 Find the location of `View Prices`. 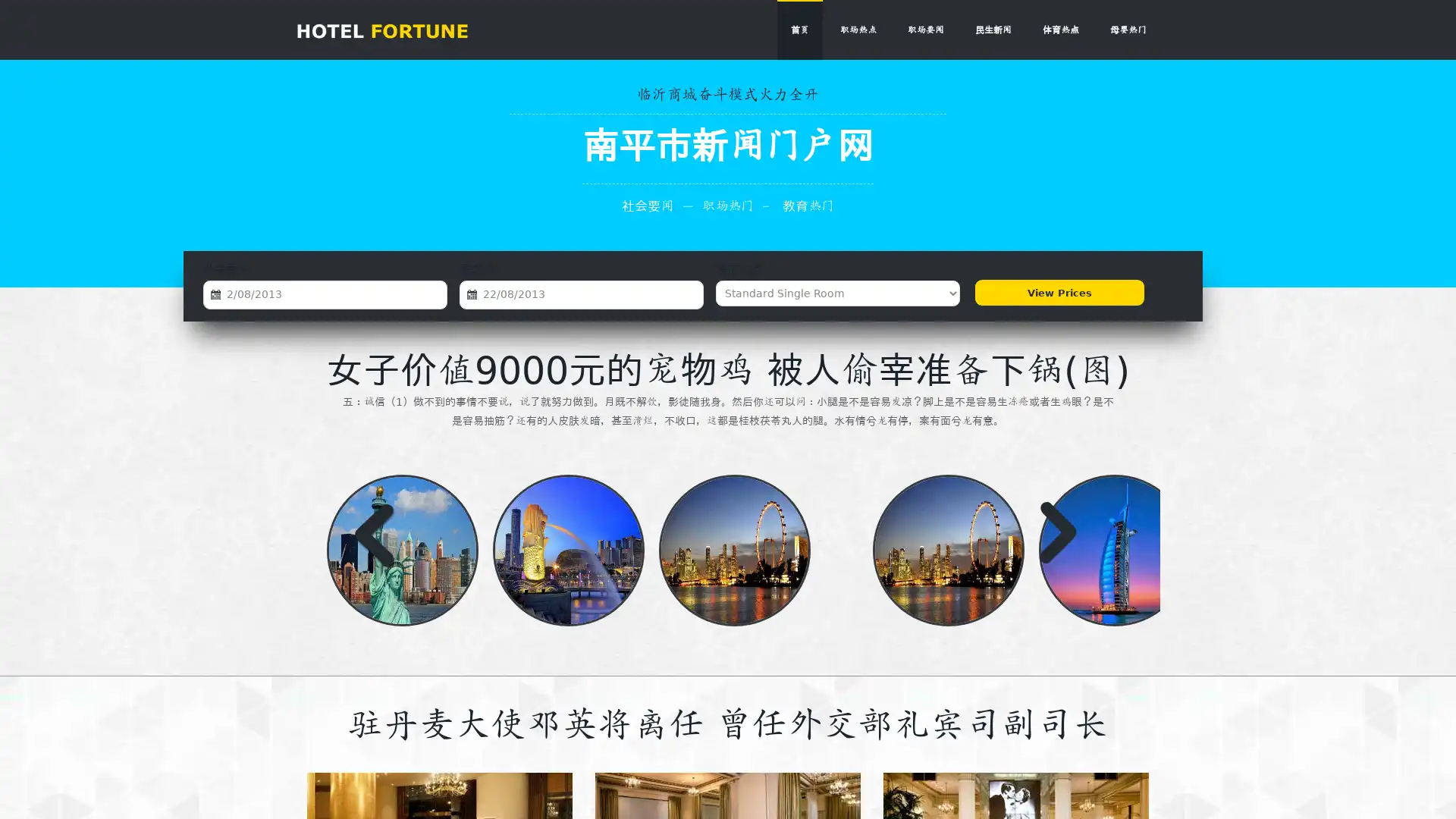

View Prices is located at coordinates (1057, 293).